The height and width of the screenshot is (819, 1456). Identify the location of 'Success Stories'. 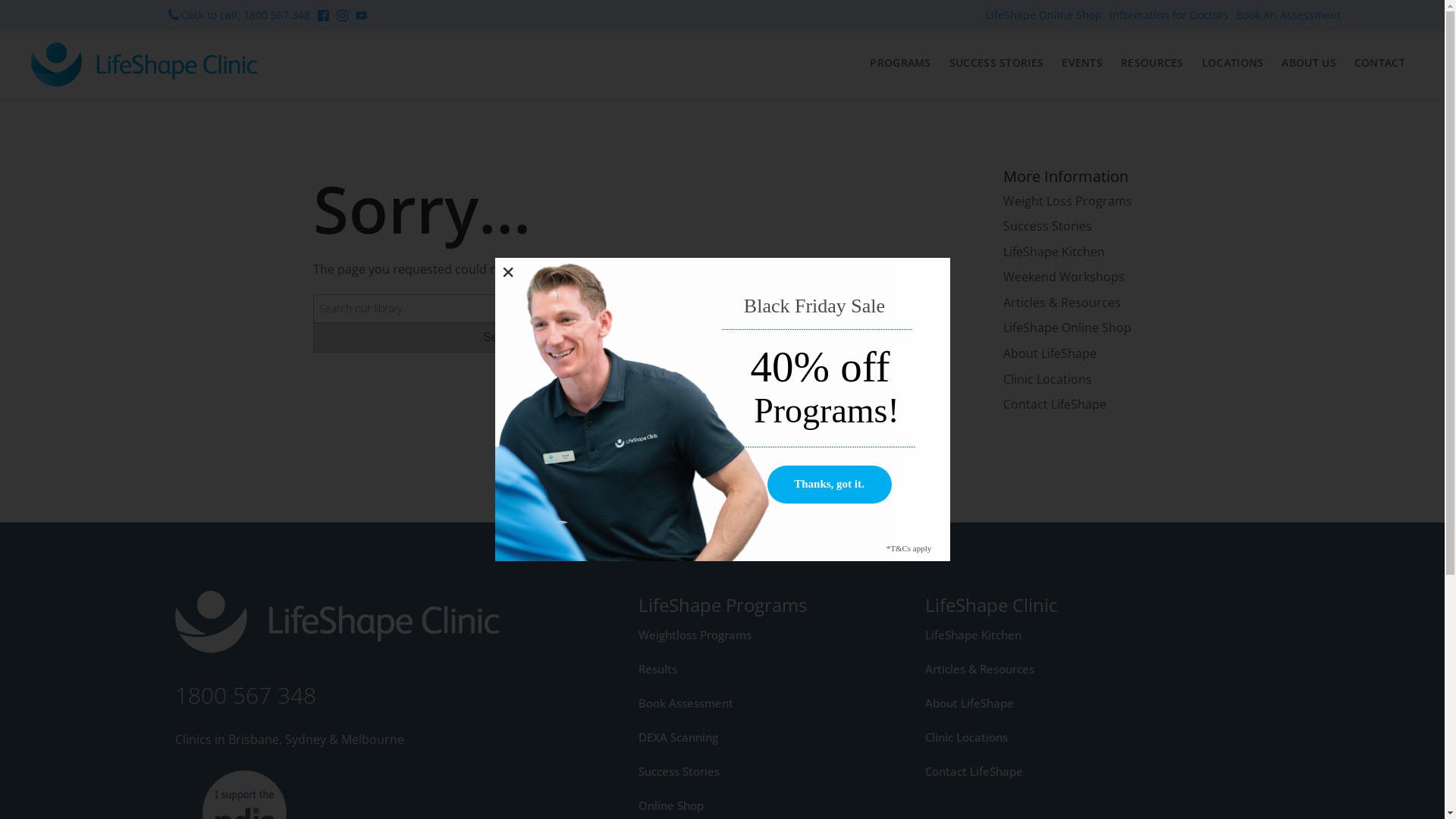
(713, 771).